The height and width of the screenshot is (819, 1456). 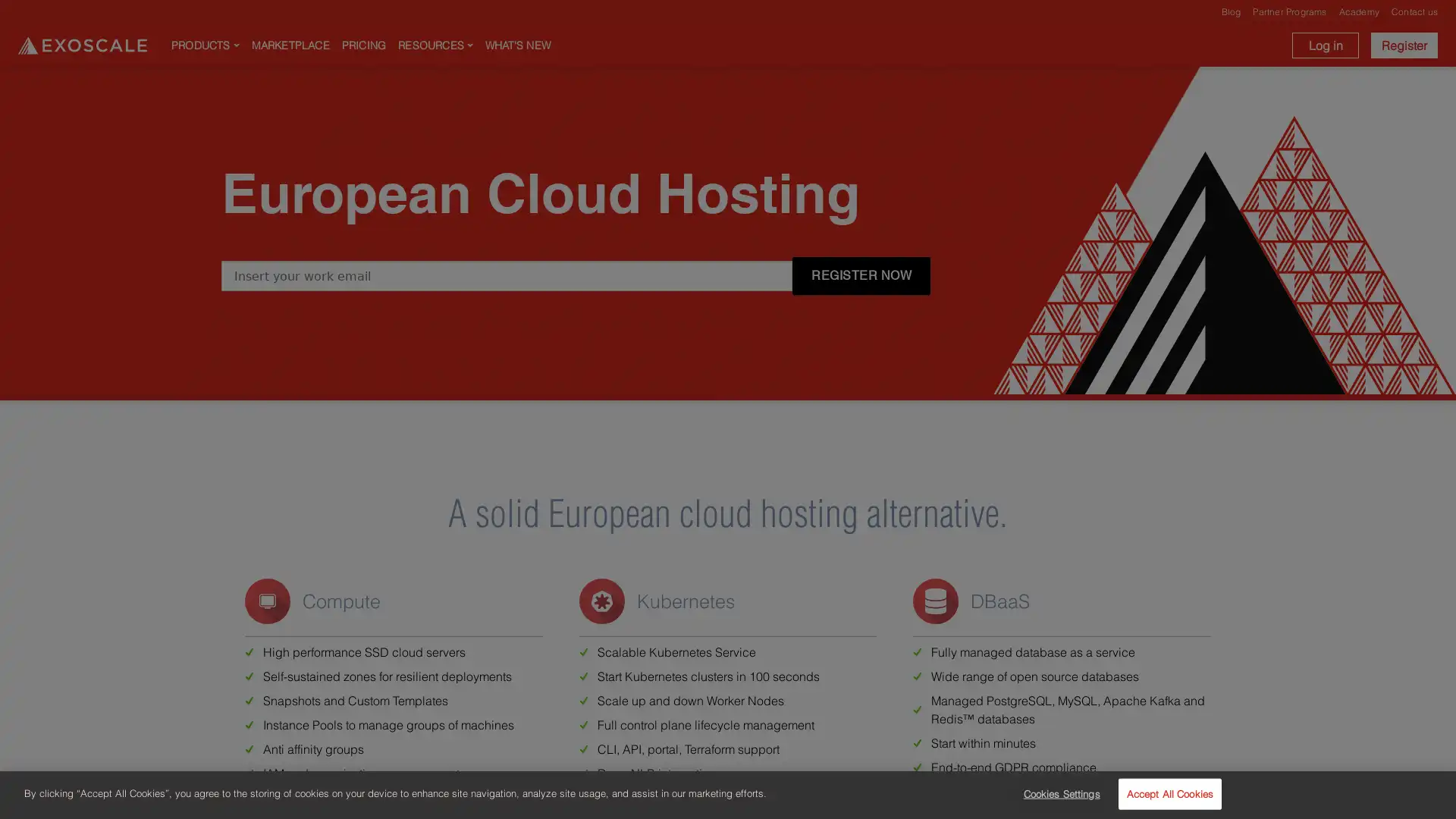 What do you see at coordinates (1169, 792) in the screenshot?
I see `Accept All Cookies` at bounding box center [1169, 792].